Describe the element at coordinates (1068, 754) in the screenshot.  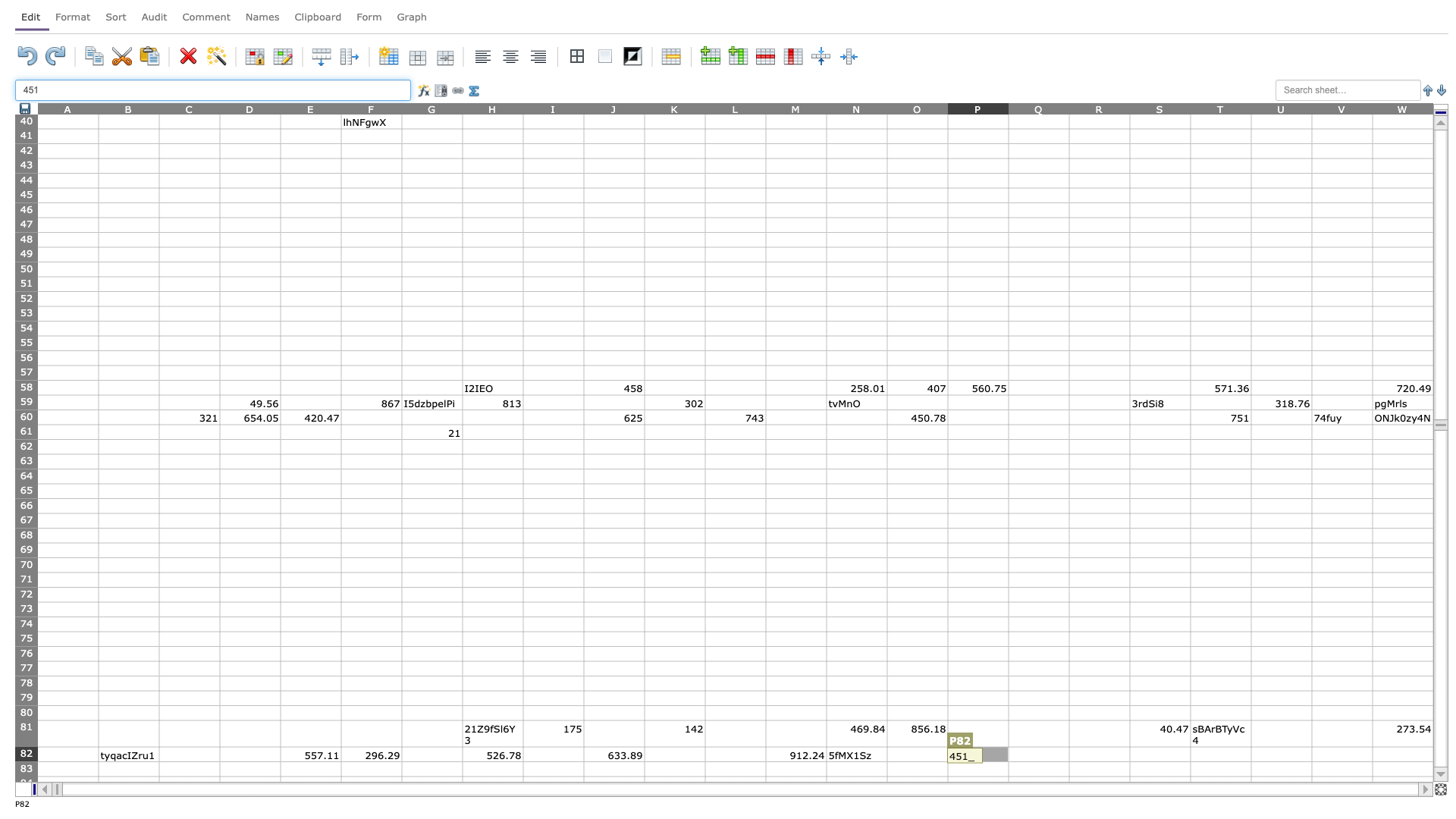
I see `Right boundary of cell Q82` at that location.